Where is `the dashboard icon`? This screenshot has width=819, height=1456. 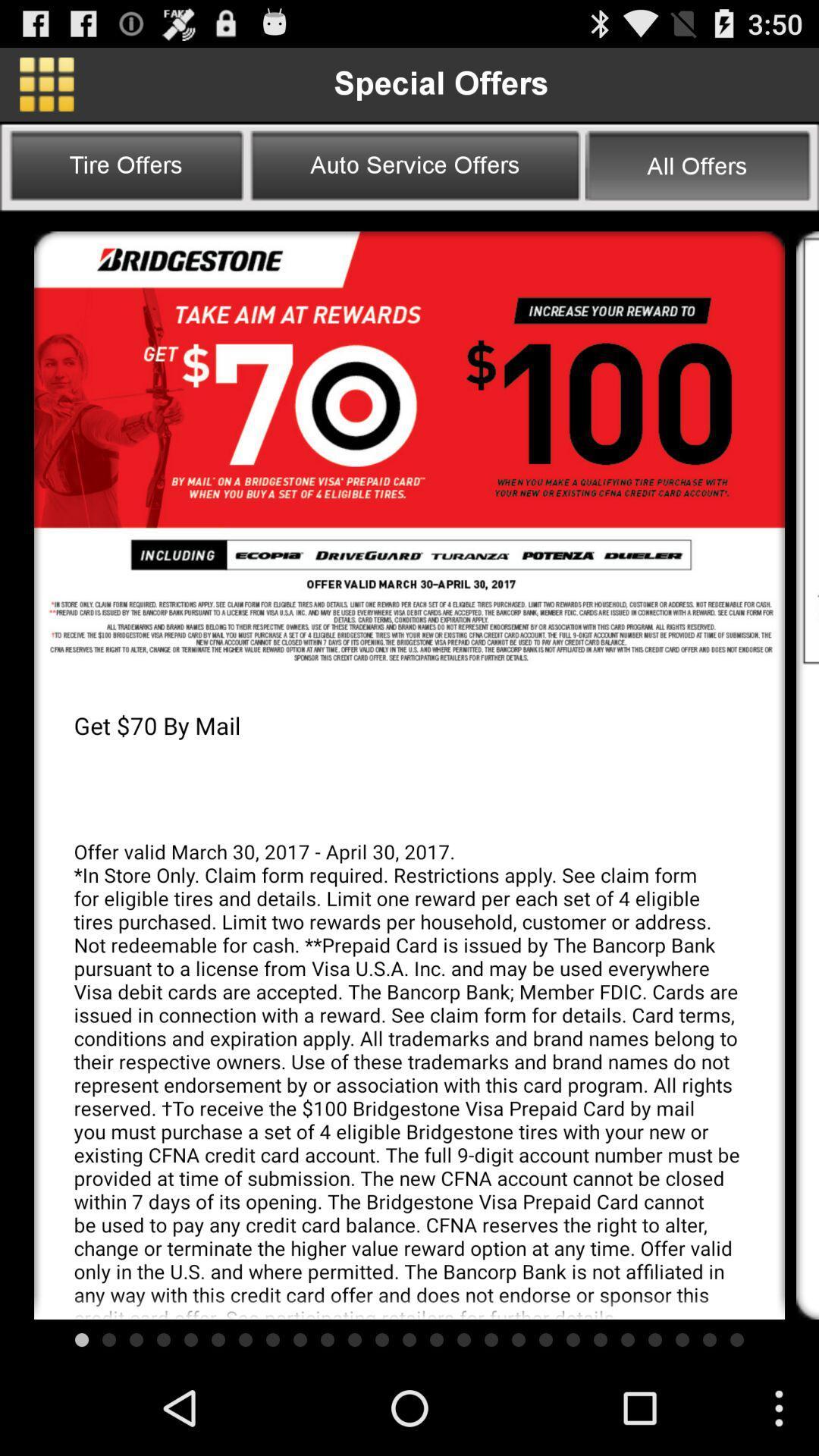 the dashboard icon is located at coordinates (45, 89).